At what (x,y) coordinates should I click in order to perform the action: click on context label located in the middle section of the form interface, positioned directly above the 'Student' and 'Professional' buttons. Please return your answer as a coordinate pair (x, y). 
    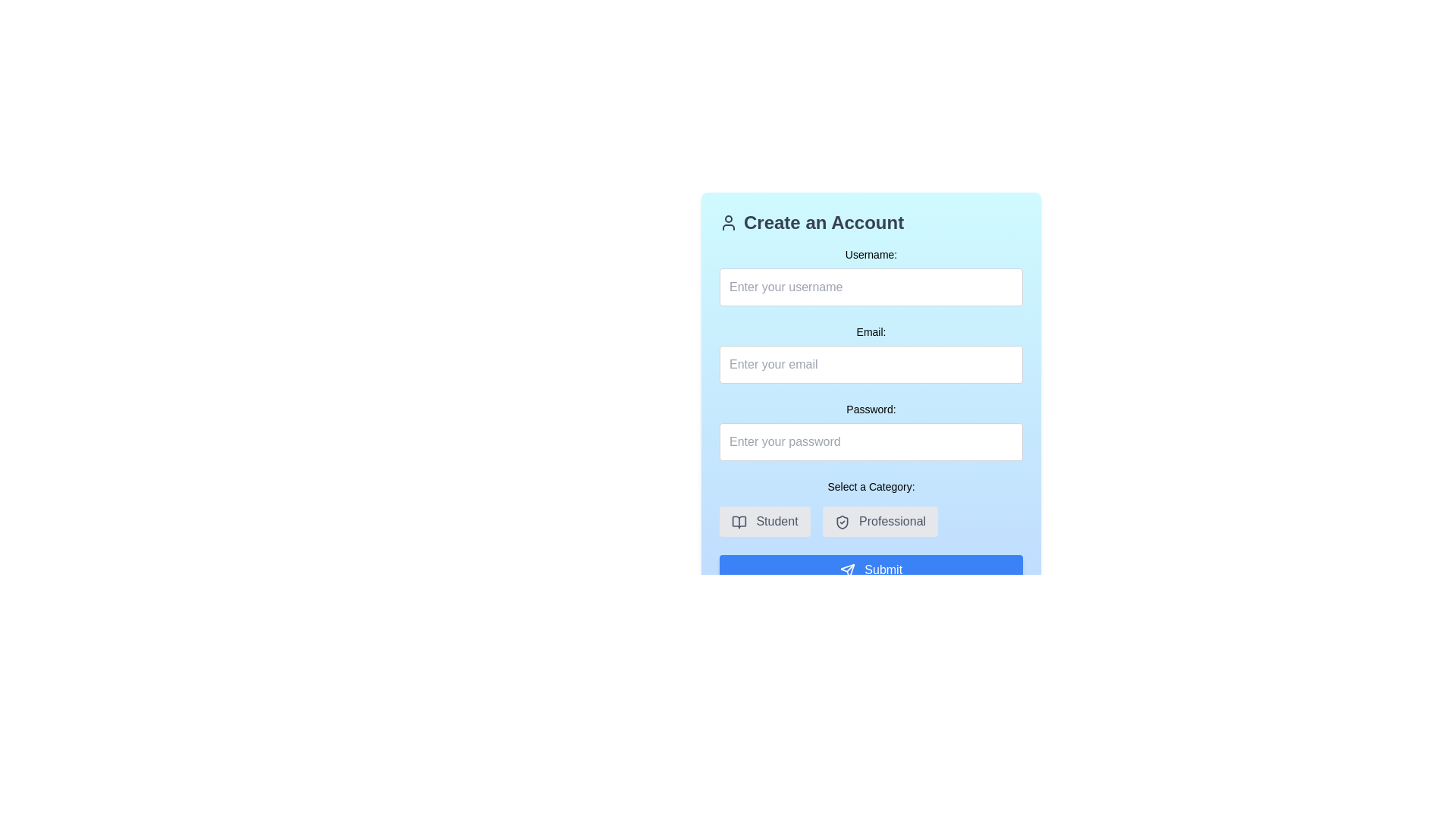
    Looking at the image, I should click on (871, 486).